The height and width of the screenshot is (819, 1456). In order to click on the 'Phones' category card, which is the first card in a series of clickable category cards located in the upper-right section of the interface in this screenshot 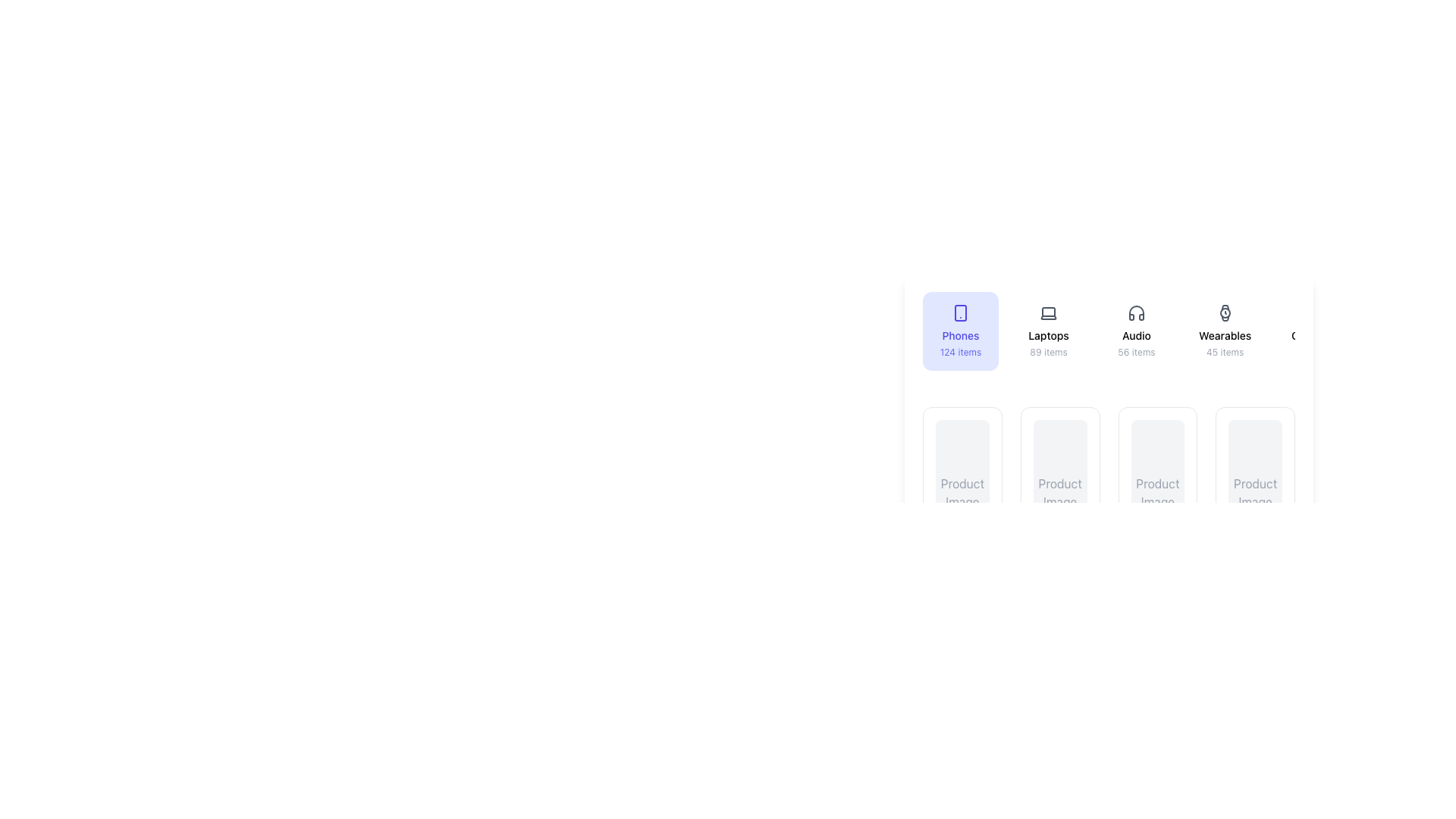, I will do `click(960, 330)`.